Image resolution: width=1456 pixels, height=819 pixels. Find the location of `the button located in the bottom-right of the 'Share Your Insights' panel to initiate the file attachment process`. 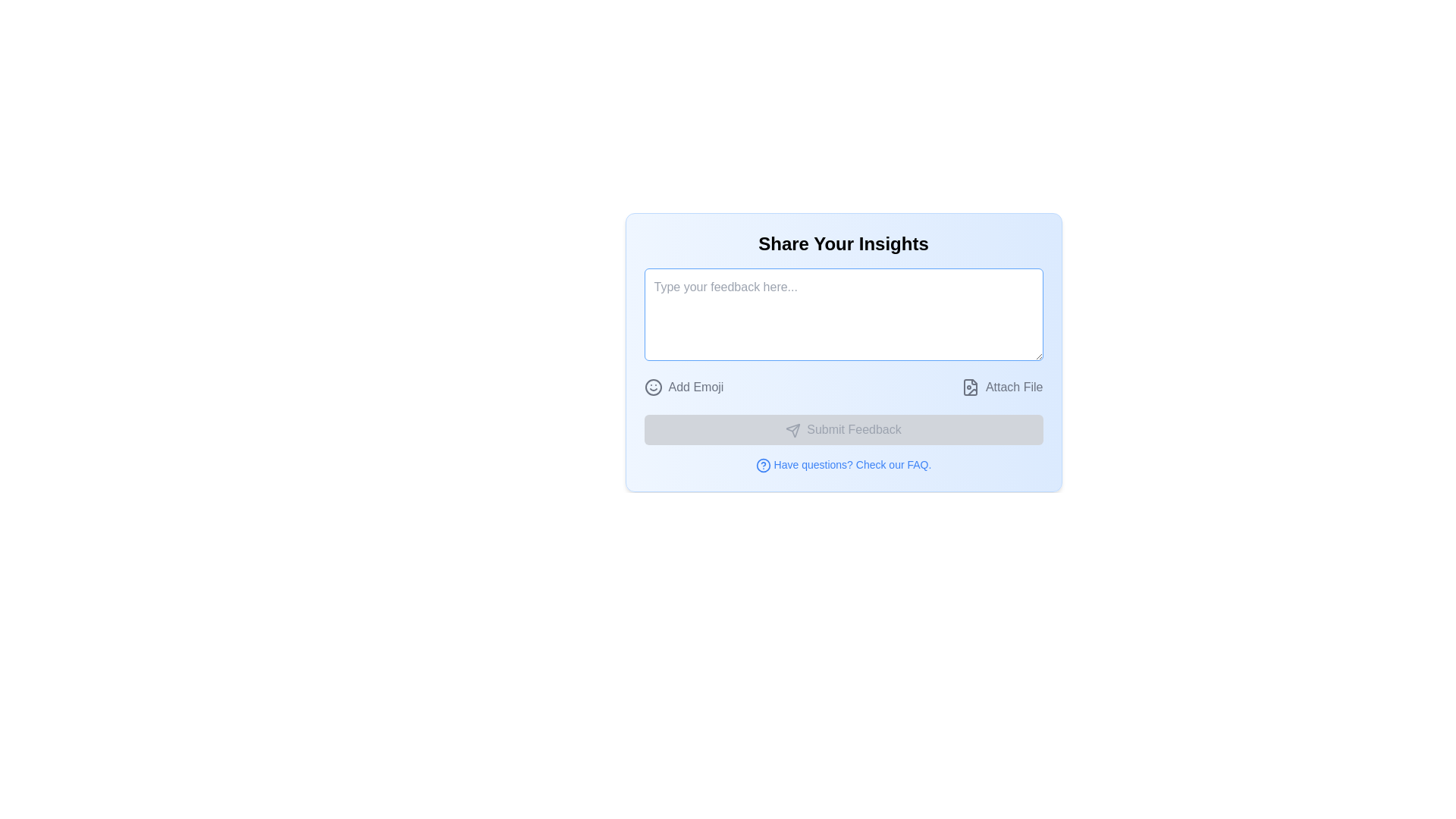

the button located in the bottom-right of the 'Share Your Insights' panel to initiate the file attachment process is located at coordinates (1014, 386).